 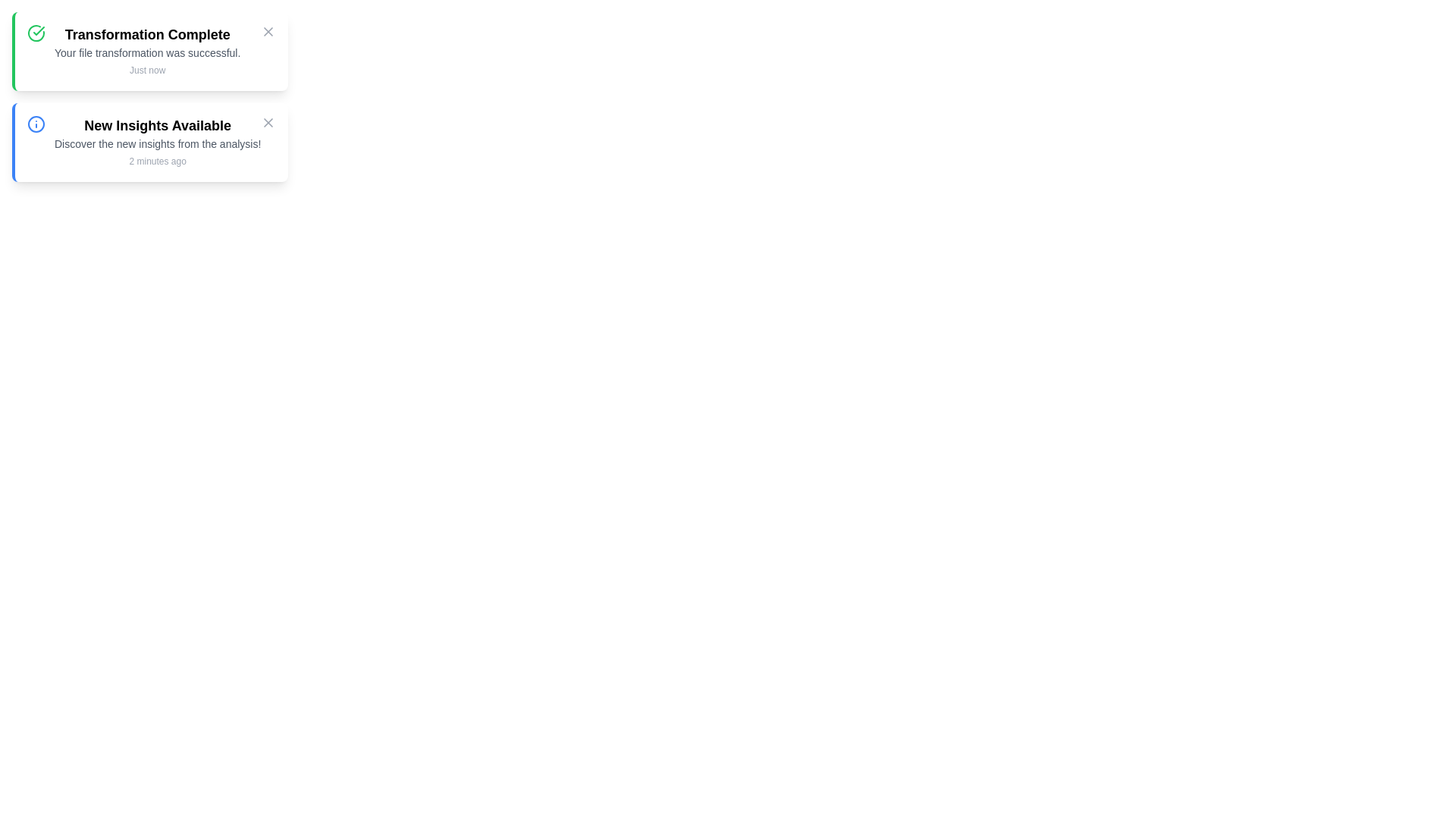 I want to click on the close button of the notification to dismiss it, so click(x=268, y=32).